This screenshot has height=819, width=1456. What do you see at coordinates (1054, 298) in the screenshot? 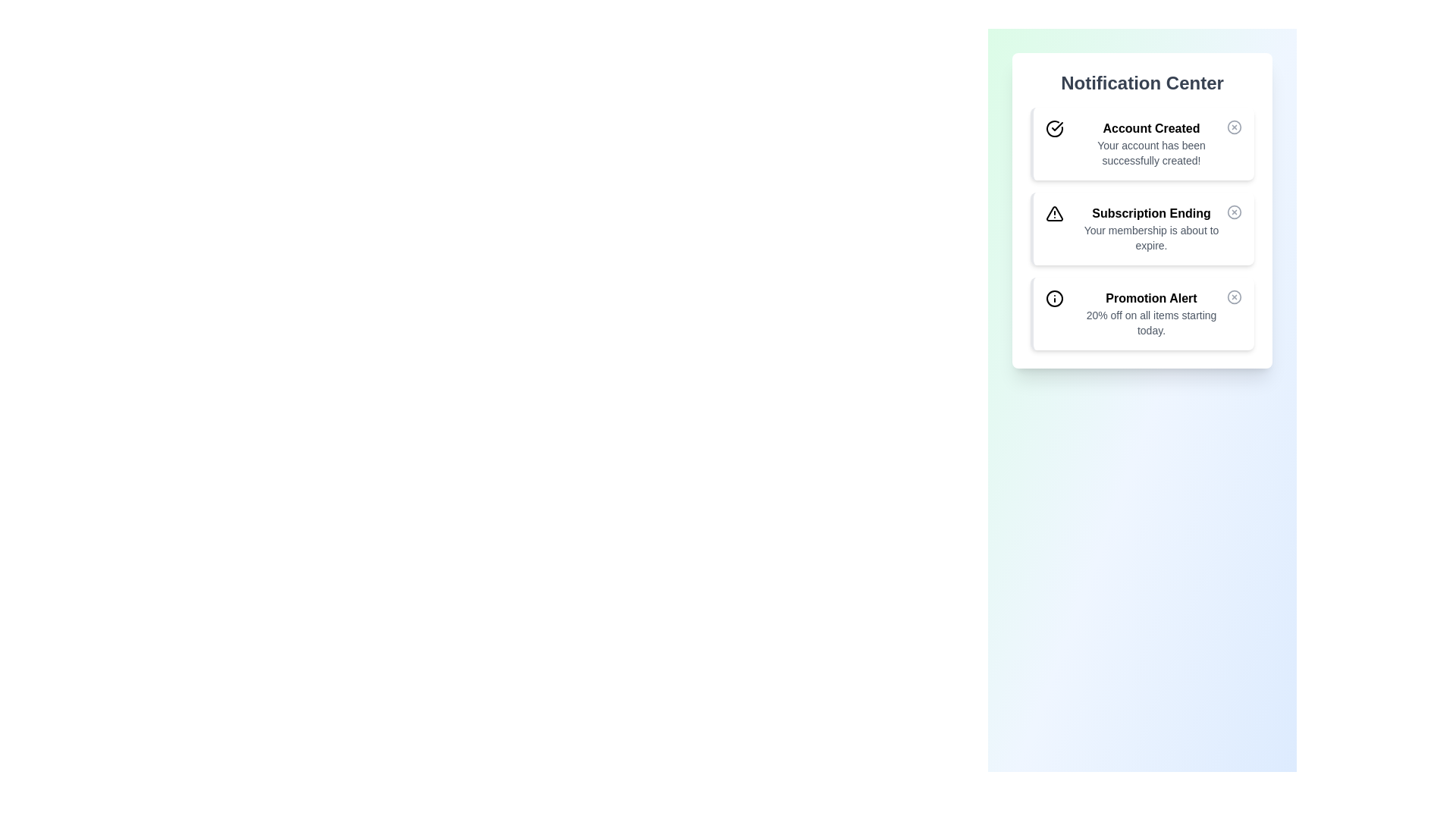
I see `the circular element within the SVG graphic that is part of the 'Promotion Alert' notification card` at bounding box center [1054, 298].